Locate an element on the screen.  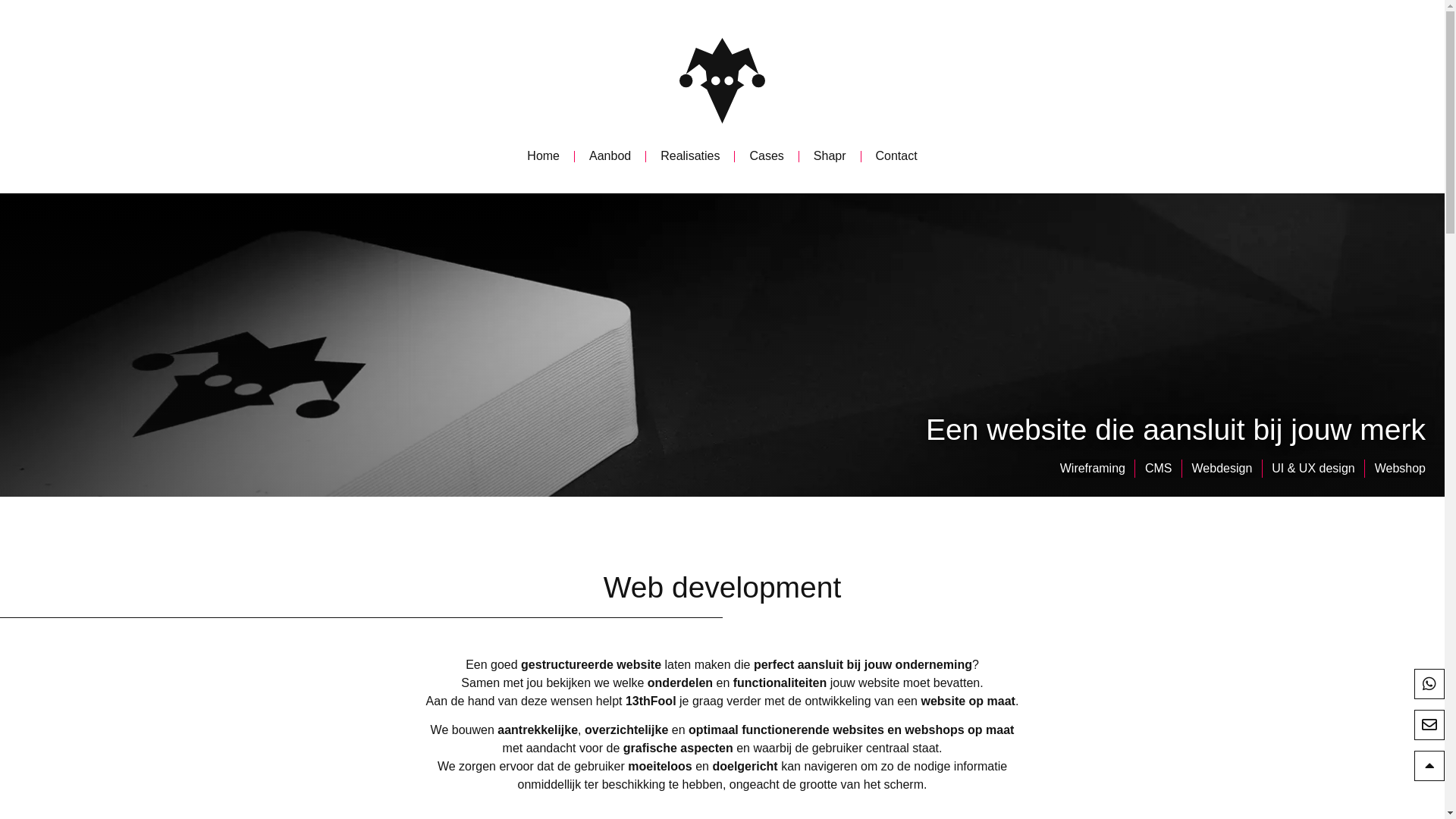
'Home' is located at coordinates (543, 155).